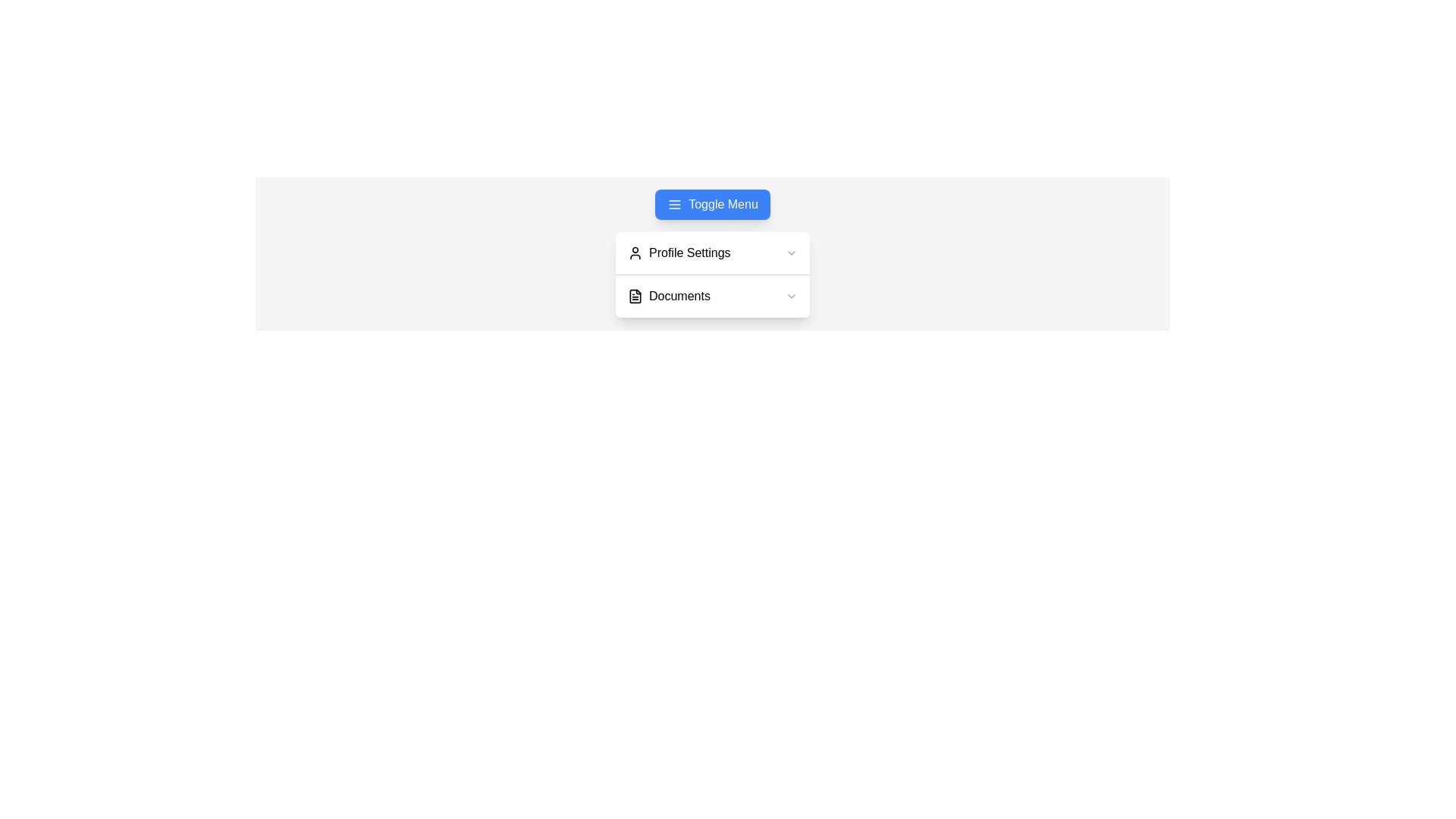 The height and width of the screenshot is (819, 1456). Describe the element at coordinates (712, 297) in the screenshot. I see `the Interactive menu item with a dropdown indicator` at that location.